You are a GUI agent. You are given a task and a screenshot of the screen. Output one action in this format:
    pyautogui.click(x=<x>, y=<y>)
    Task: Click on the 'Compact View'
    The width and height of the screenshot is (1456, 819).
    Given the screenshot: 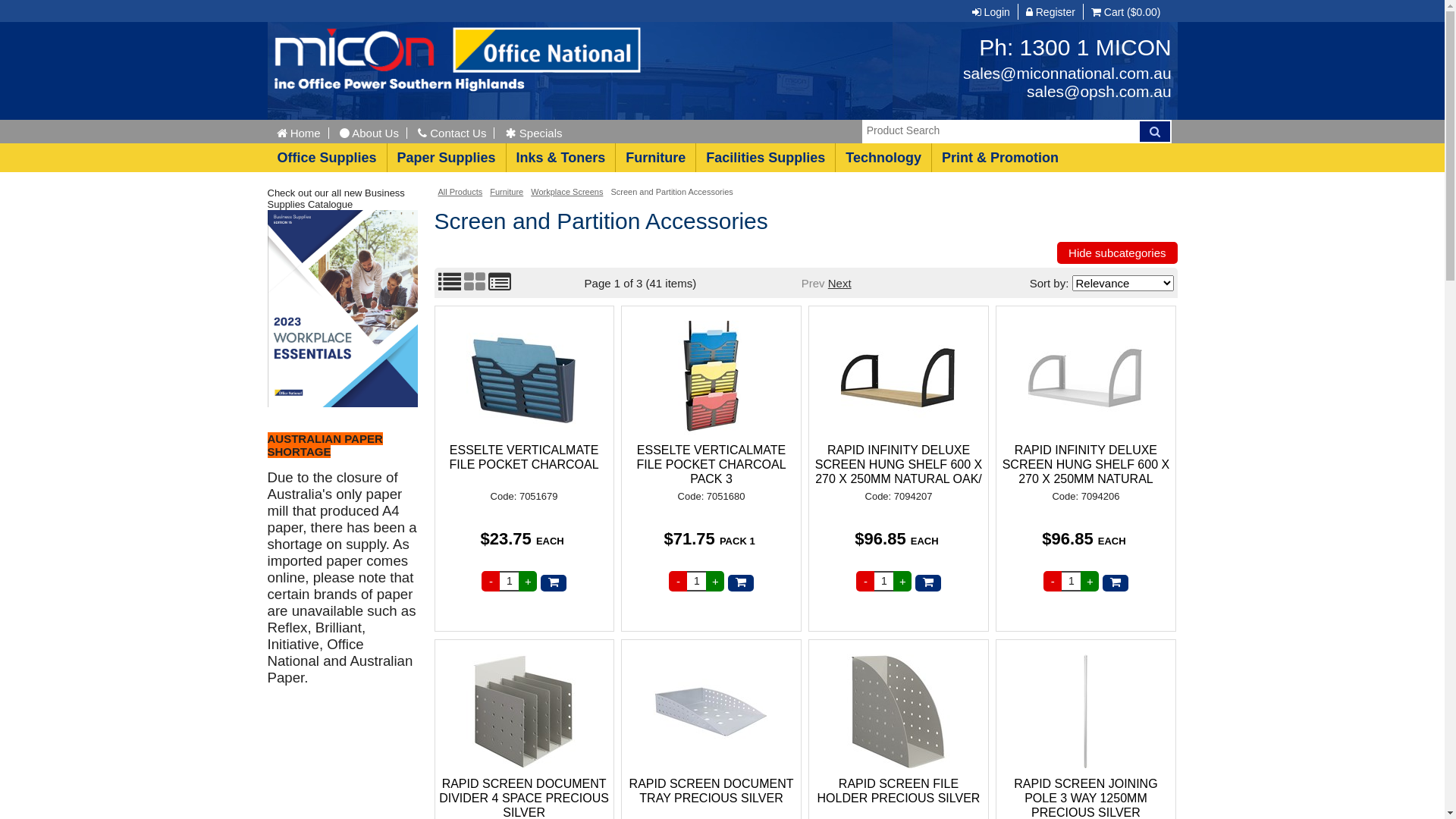 What is the action you would take?
    pyautogui.click(x=499, y=286)
    